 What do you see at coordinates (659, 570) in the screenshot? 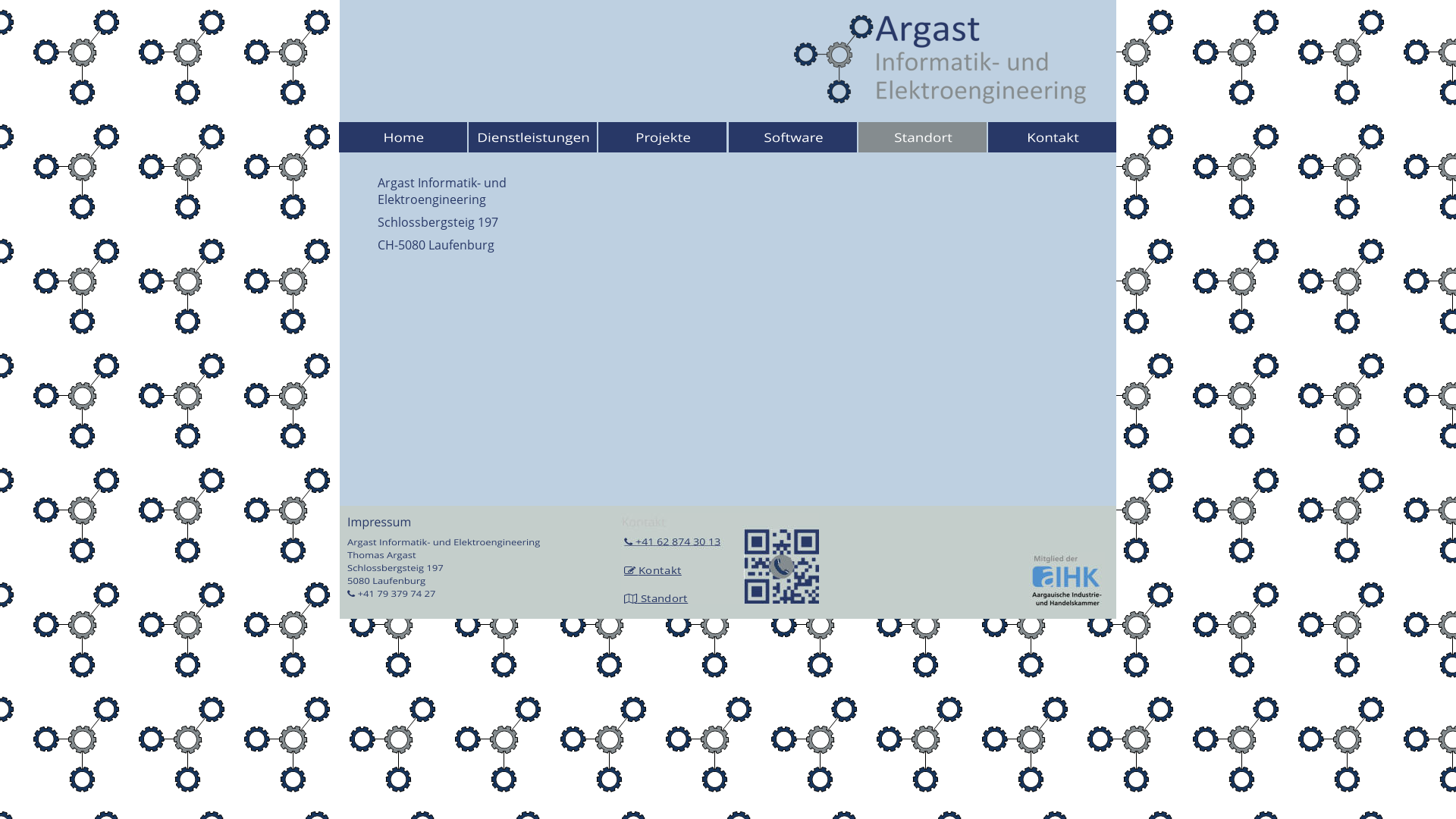
I see `'Kontakt'` at bounding box center [659, 570].